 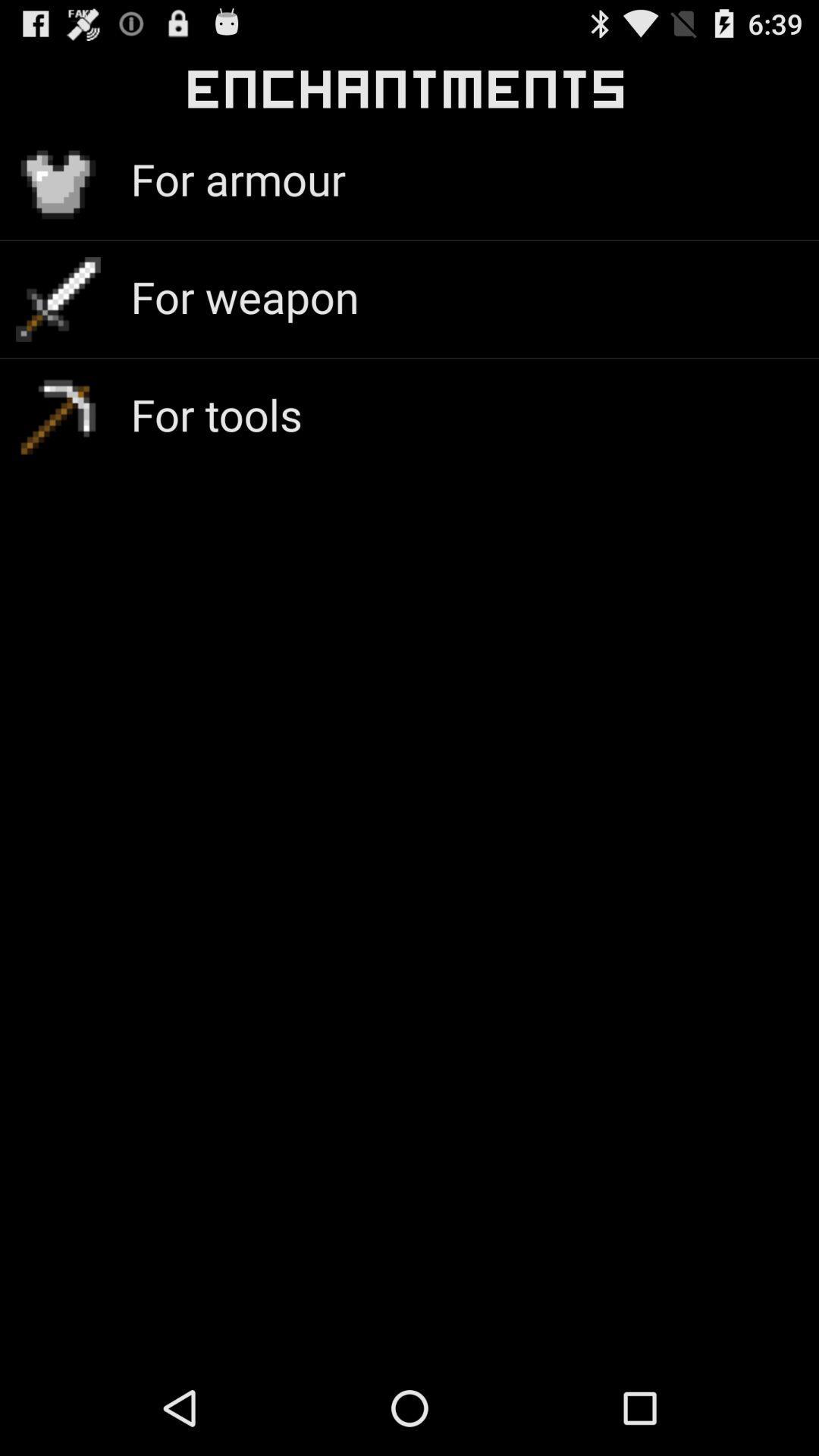 I want to click on the for tools app, so click(x=216, y=414).